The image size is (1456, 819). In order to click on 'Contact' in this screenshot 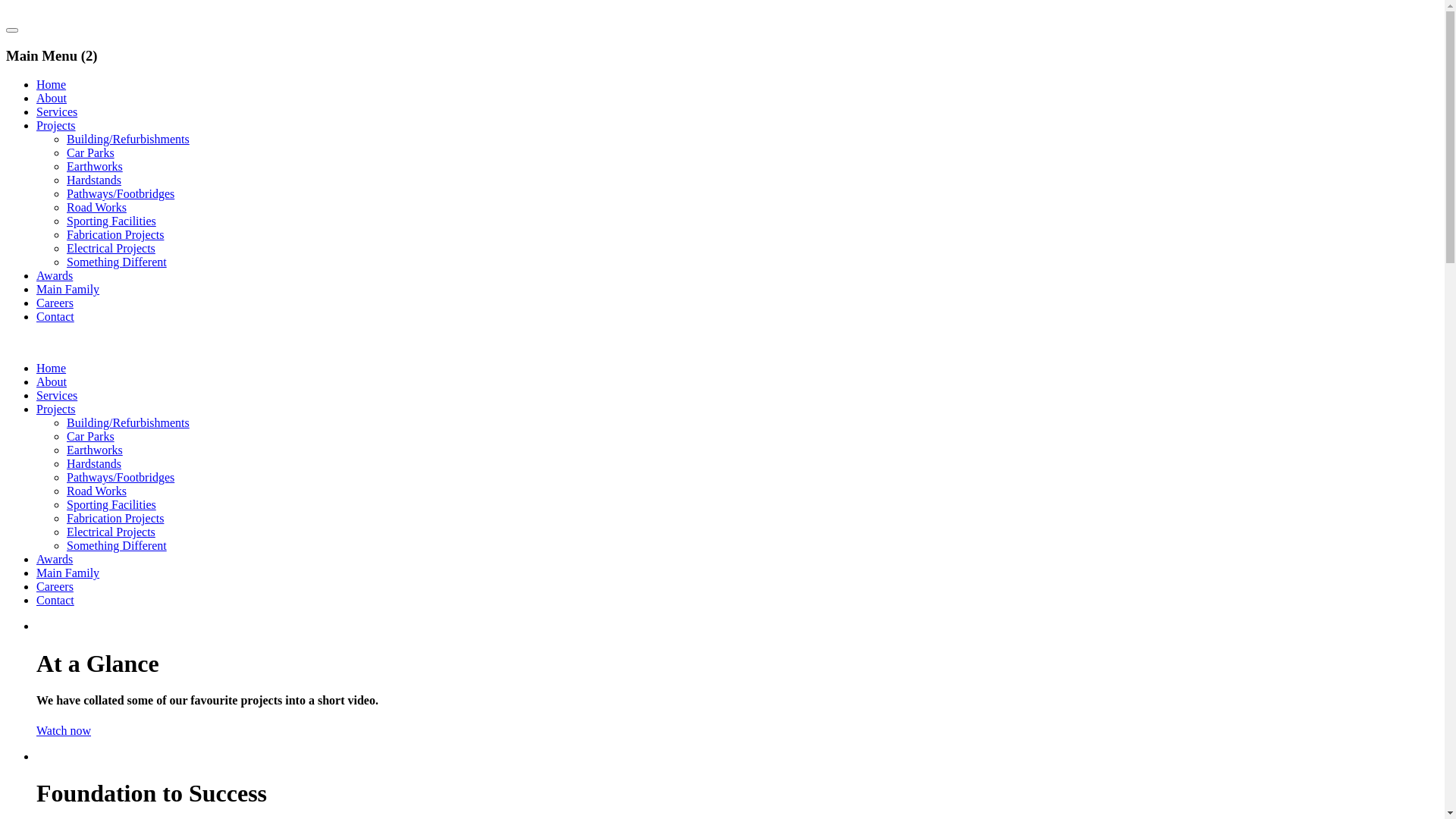, I will do `click(55, 315)`.